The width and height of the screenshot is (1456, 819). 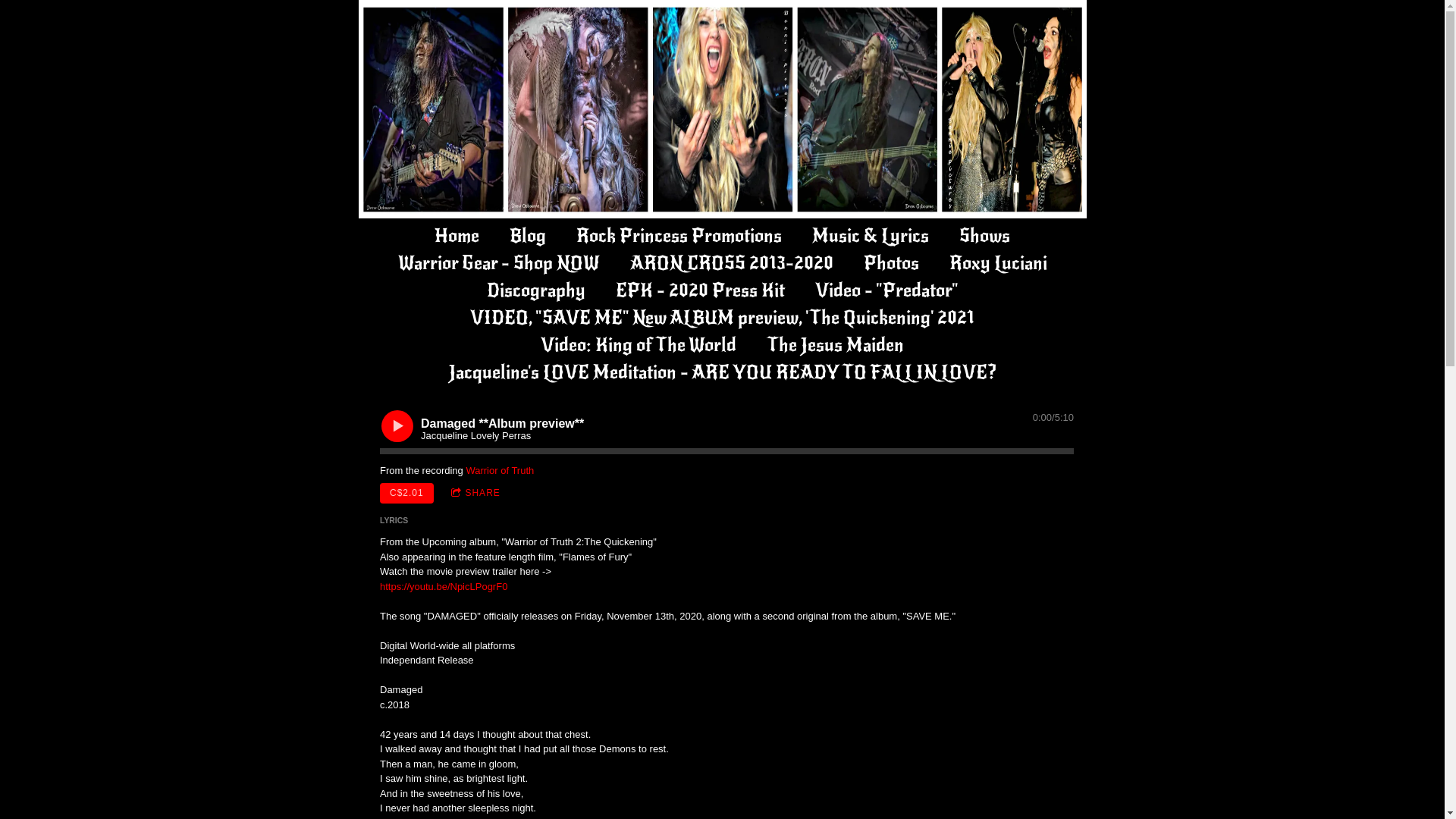 I want to click on 'Shows', so click(x=984, y=236).